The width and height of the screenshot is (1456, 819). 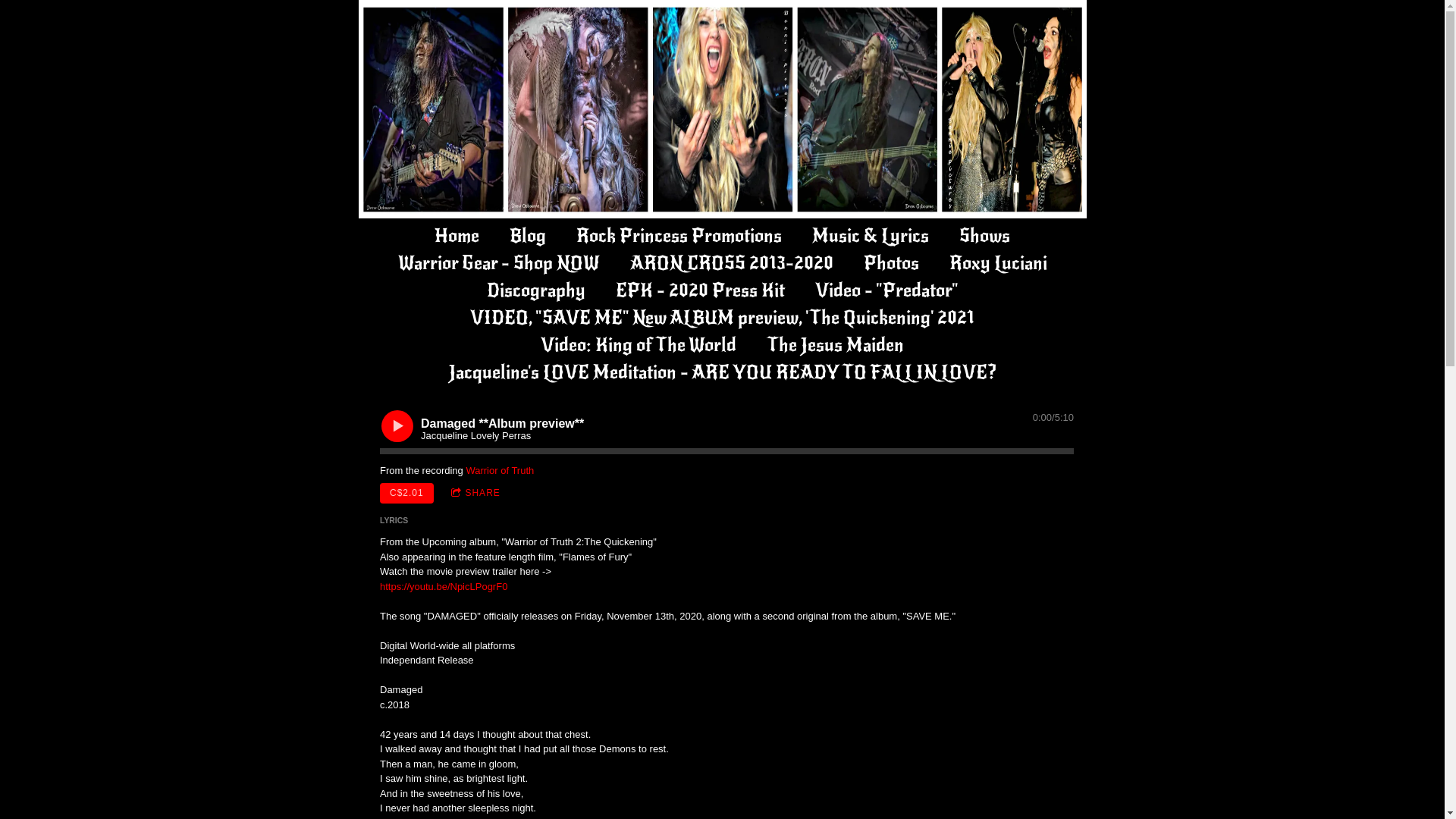 I want to click on 'Shows', so click(x=984, y=236).